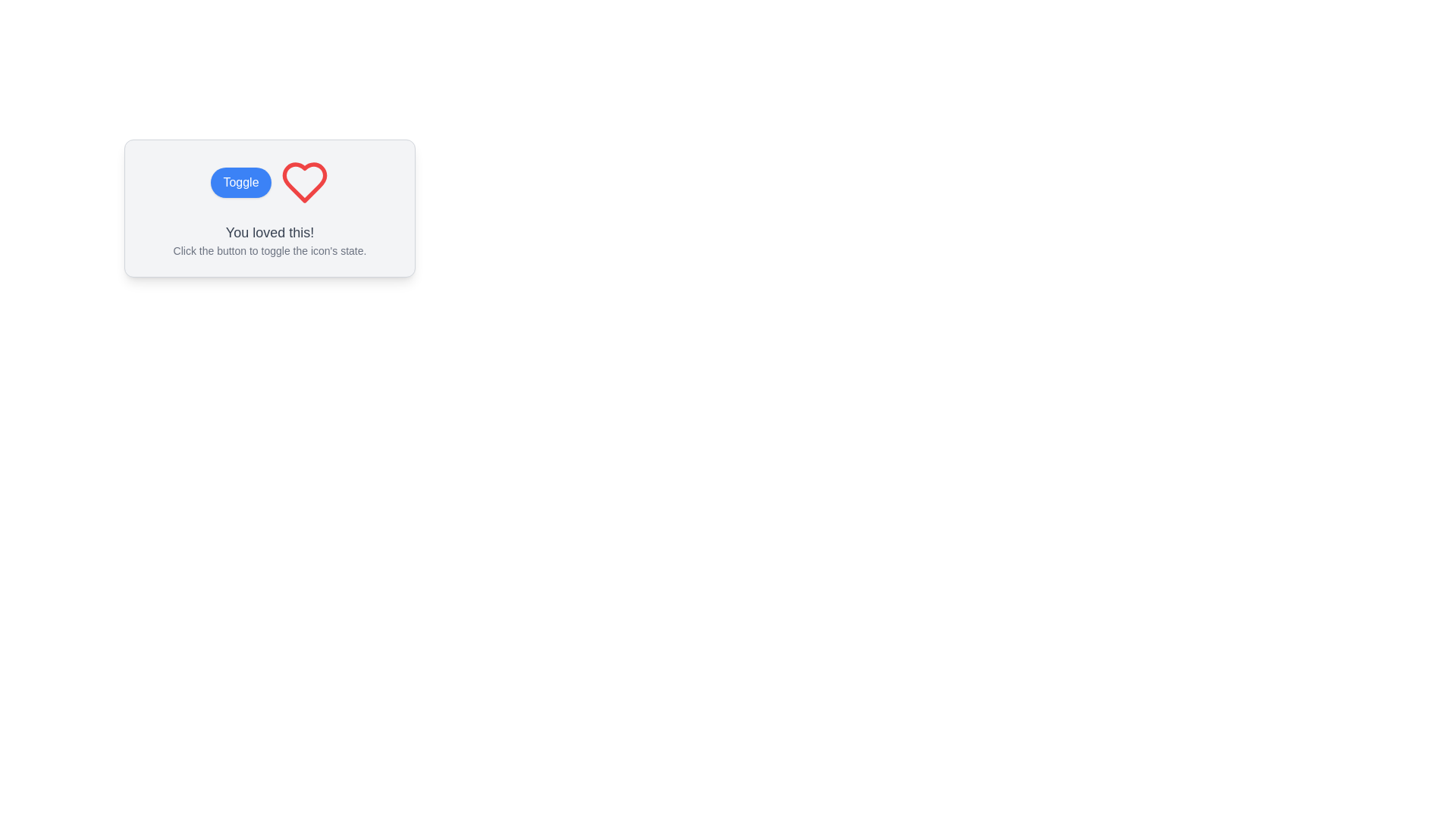 The width and height of the screenshot is (1456, 819). Describe the element at coordinates (269, 233) in the screenshot. I see `the text label displaying 'You loved this!' which is styled in dark gray color and located below a heart icon and a toggle button` at that location.